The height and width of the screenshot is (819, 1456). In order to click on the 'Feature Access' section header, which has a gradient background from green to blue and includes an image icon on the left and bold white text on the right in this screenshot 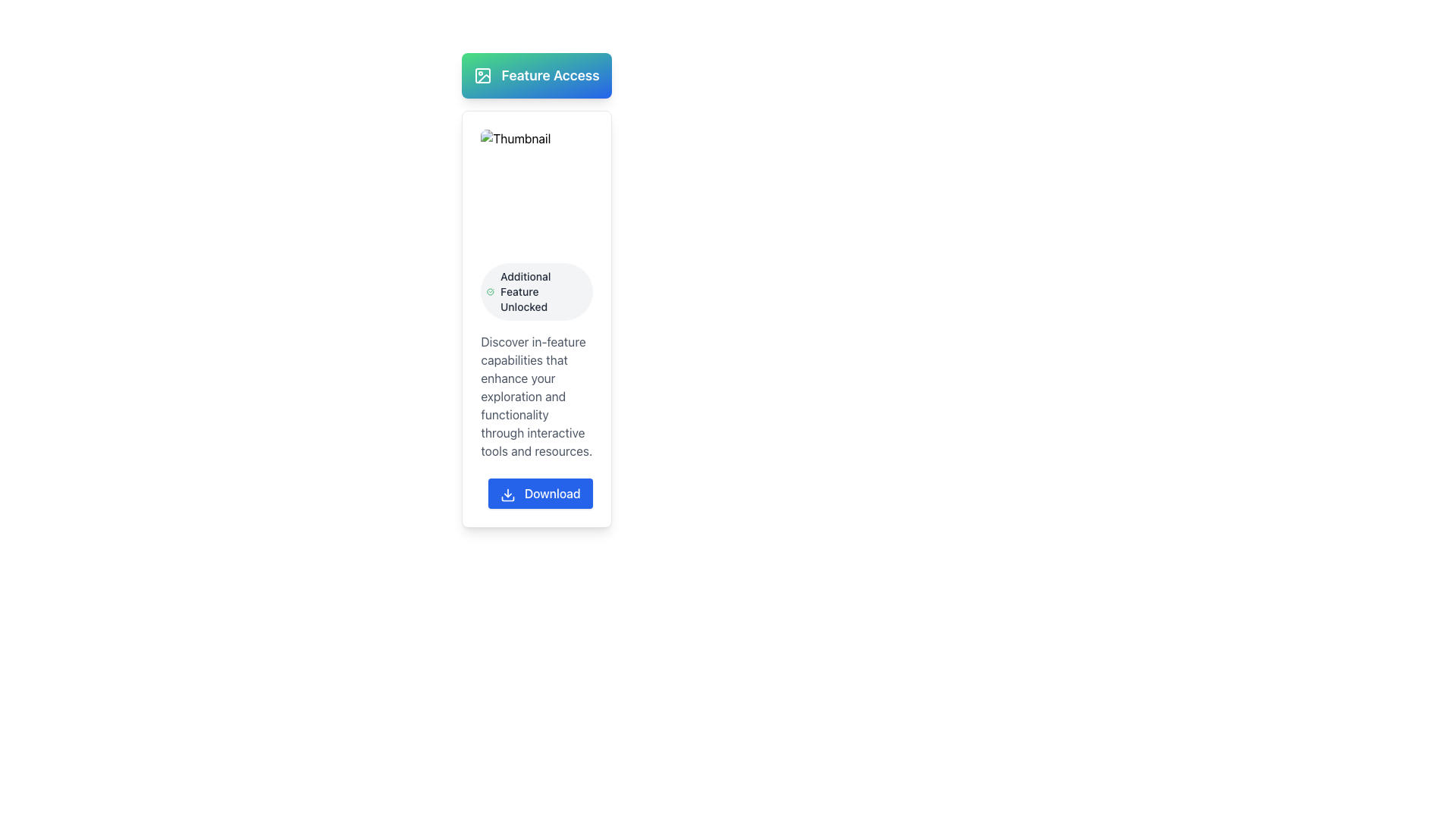, I will do `click(536, 76)`.